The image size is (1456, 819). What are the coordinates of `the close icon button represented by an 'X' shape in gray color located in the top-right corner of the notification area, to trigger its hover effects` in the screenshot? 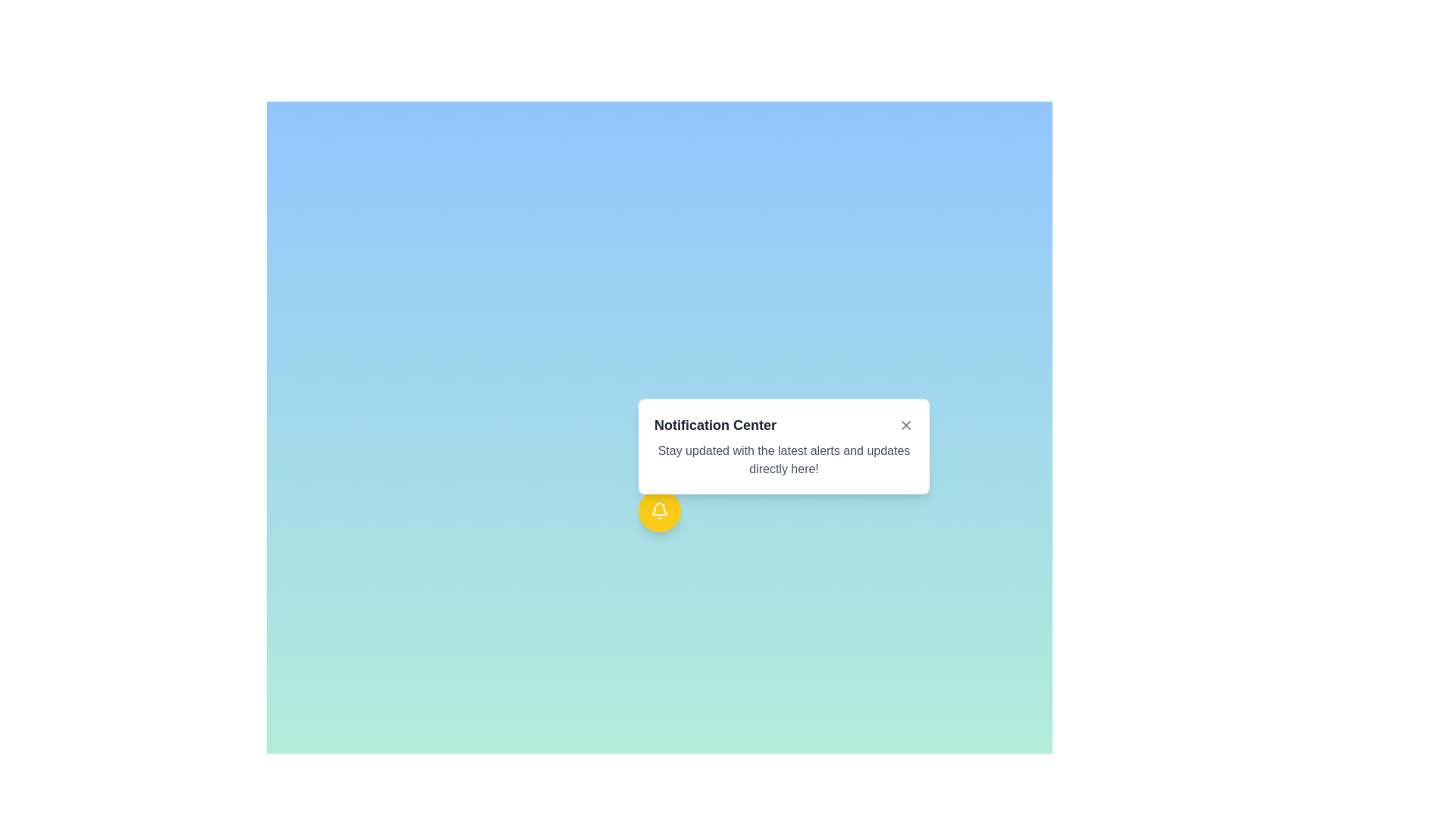 It's located at (906, 425).